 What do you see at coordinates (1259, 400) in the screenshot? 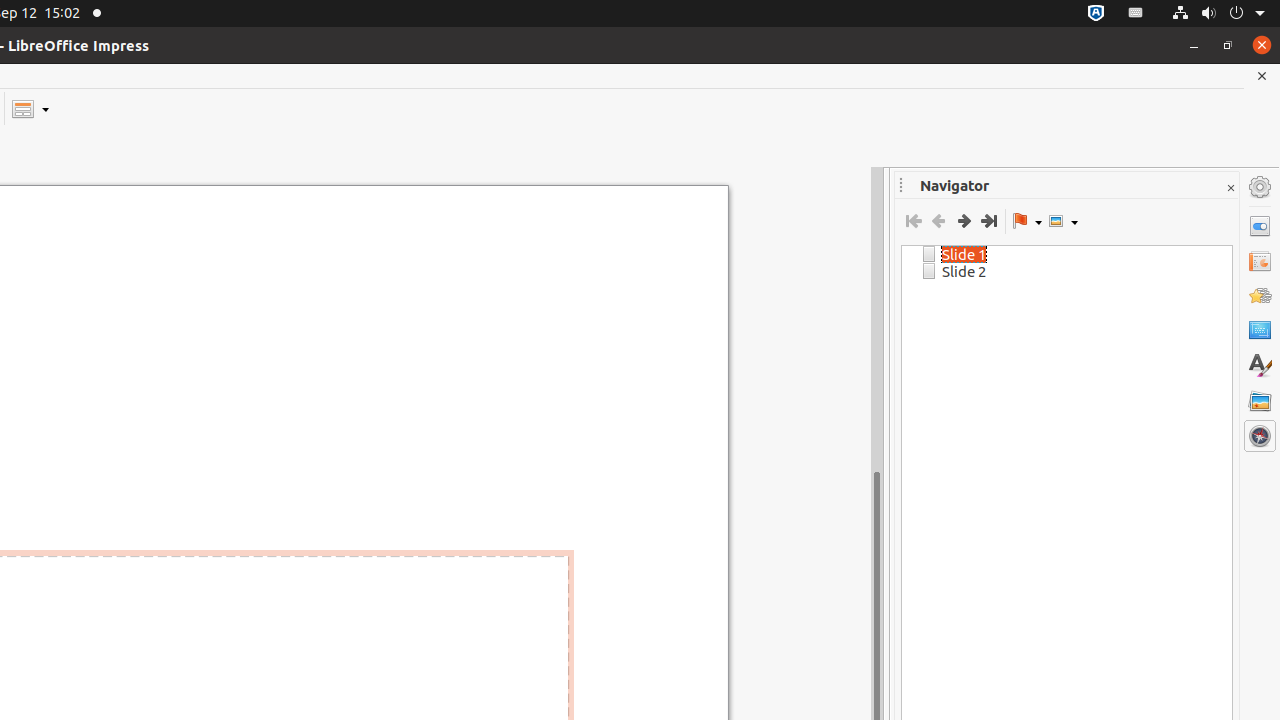
I see `'Gallery'` at bounding box center [1259, 400].